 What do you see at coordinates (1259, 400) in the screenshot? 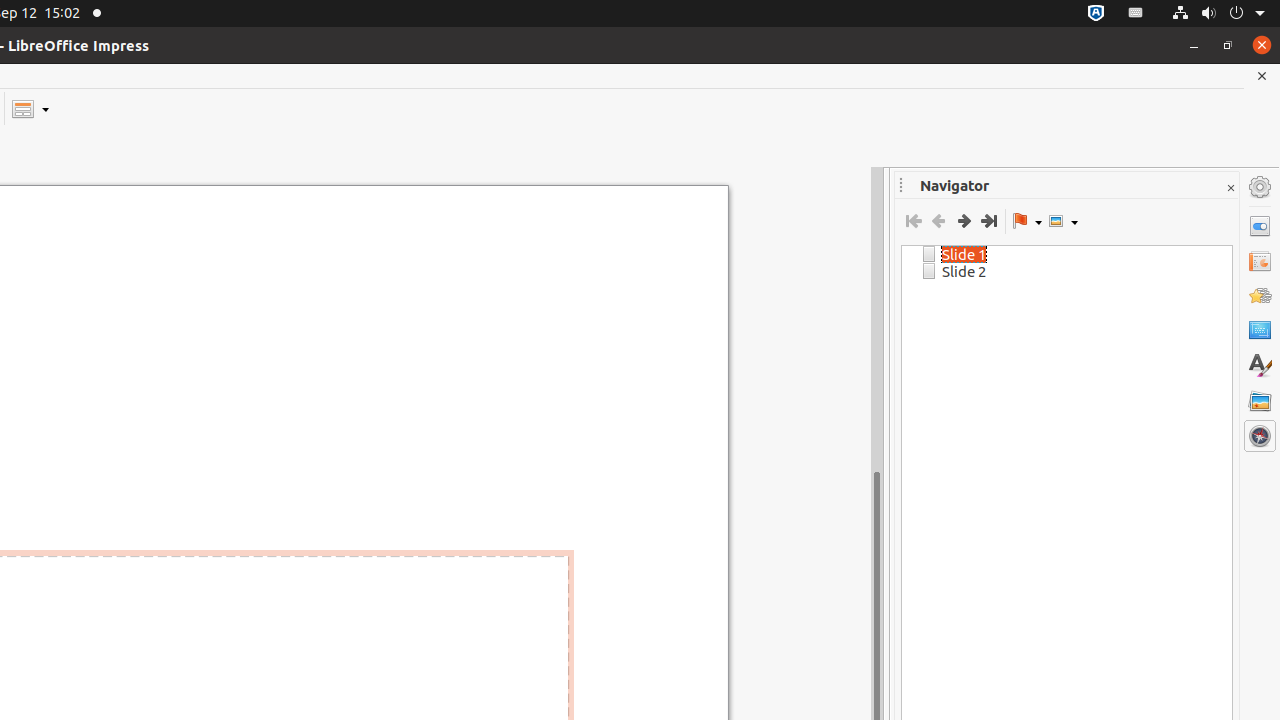
I see `'Gallery'` at bounding box center [1259, 400].